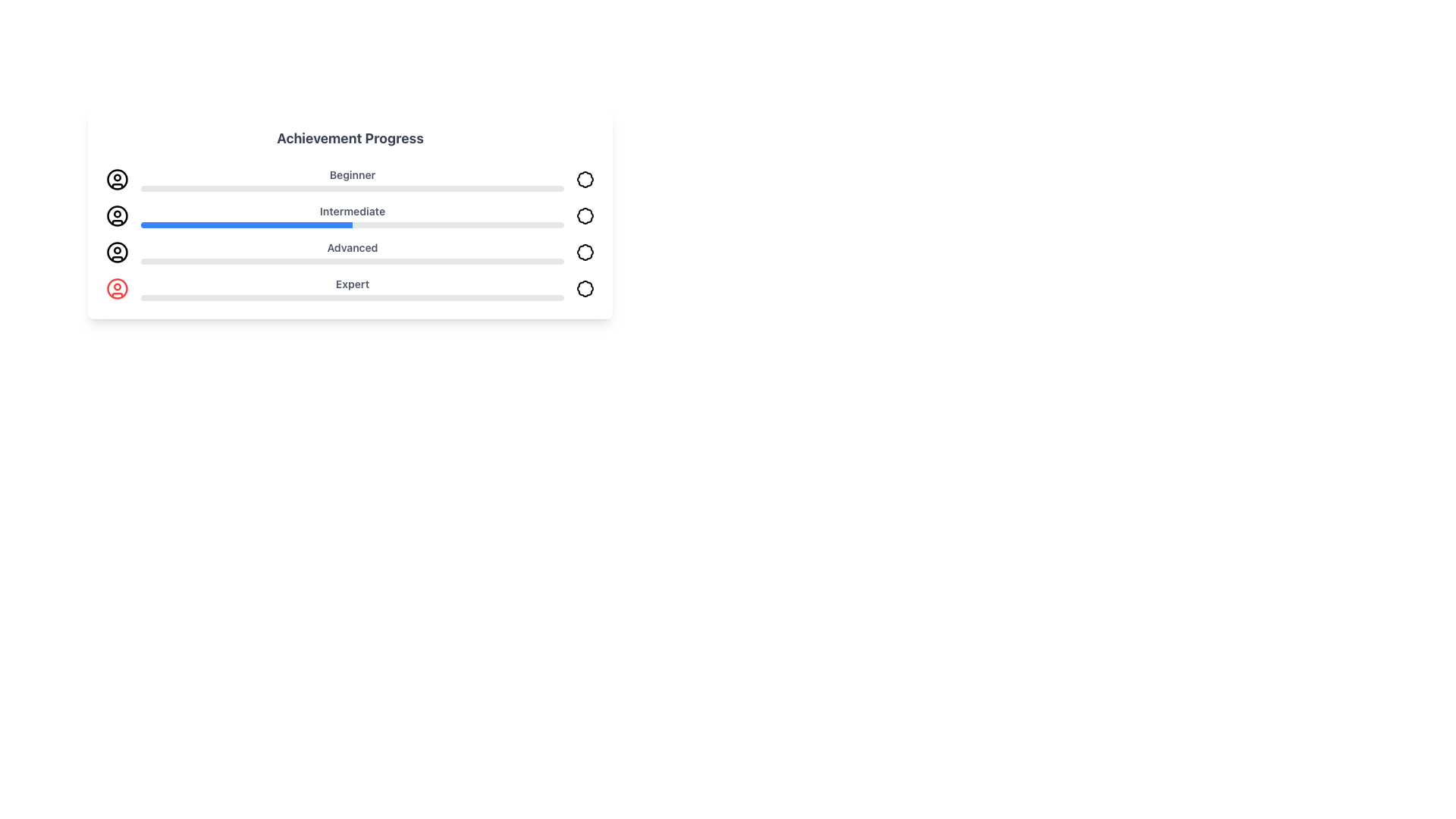 The height and width of the screenshot is (819, 1456). What do you see at coordinates (352, 260) in the screenshot?
I see `the horizontal progress bar styled with a light gray background and yellow segment, located beneath the label 'Advanced', which is the third progress bar in the sequence` at bounding box center [352, 260].